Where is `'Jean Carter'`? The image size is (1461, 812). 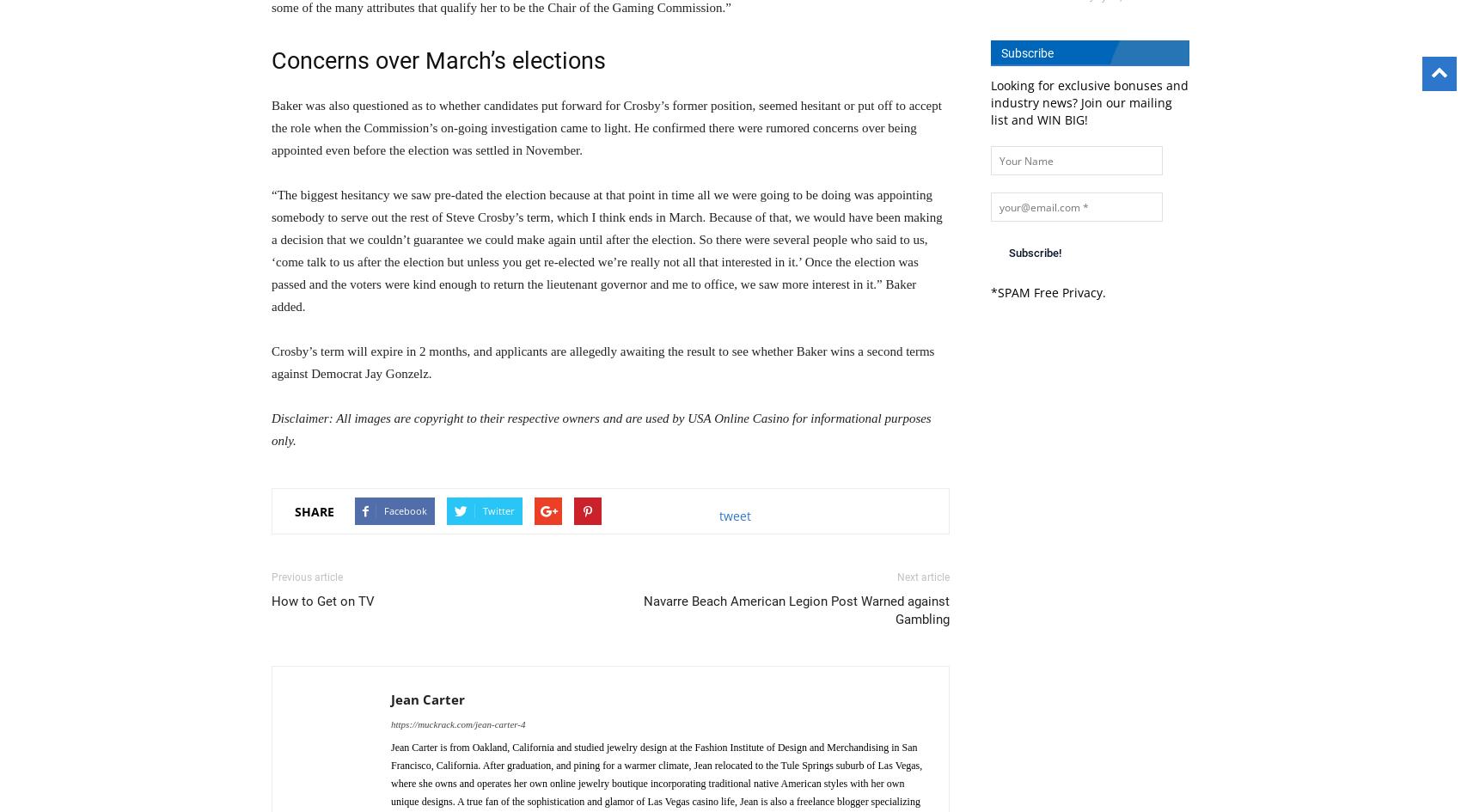 'Jean Carter' is located at coordinates (390, 699).